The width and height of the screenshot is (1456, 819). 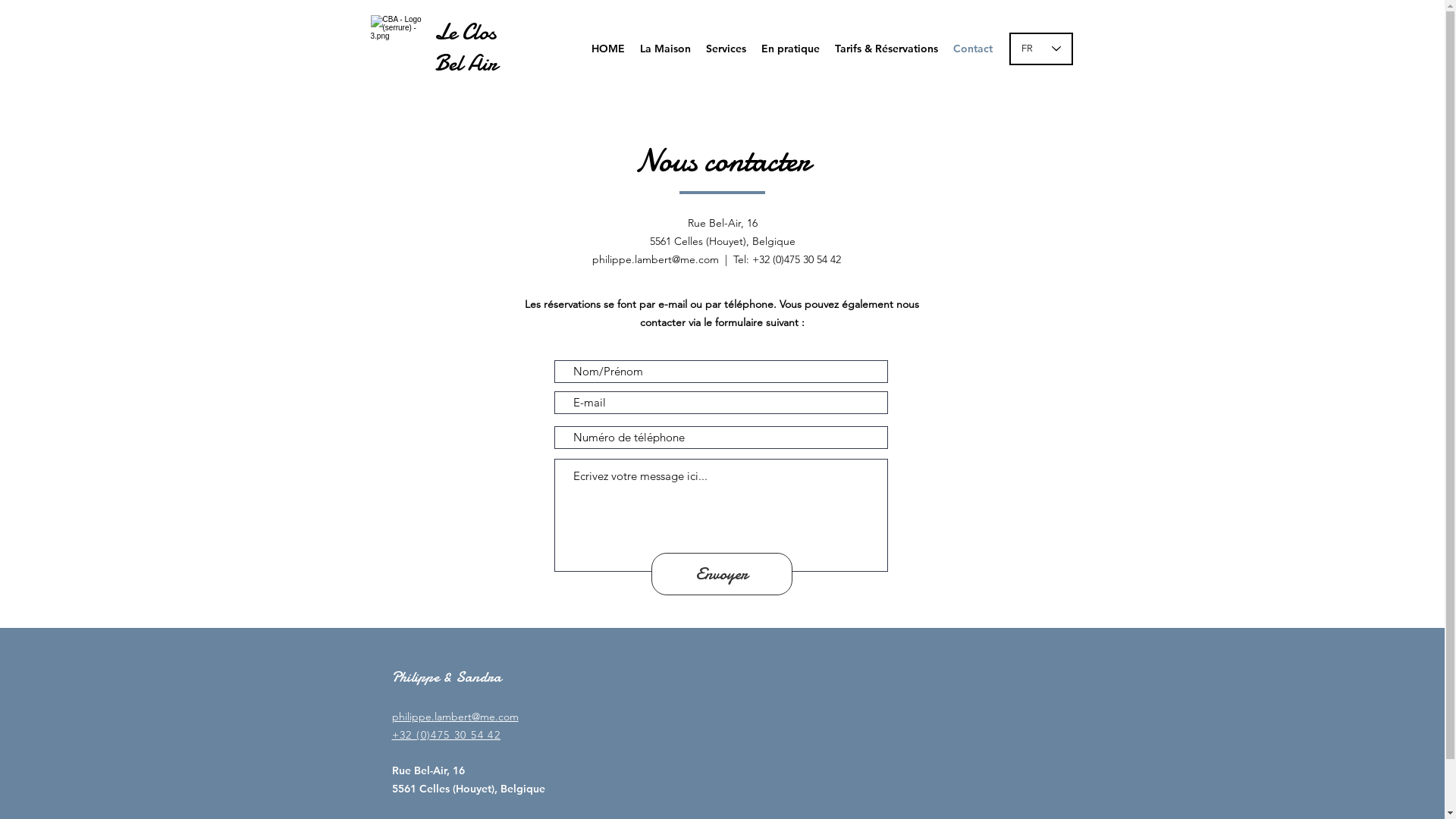 I want to click on 'philippe.lambert@me.com', so click(x=654, y=259).